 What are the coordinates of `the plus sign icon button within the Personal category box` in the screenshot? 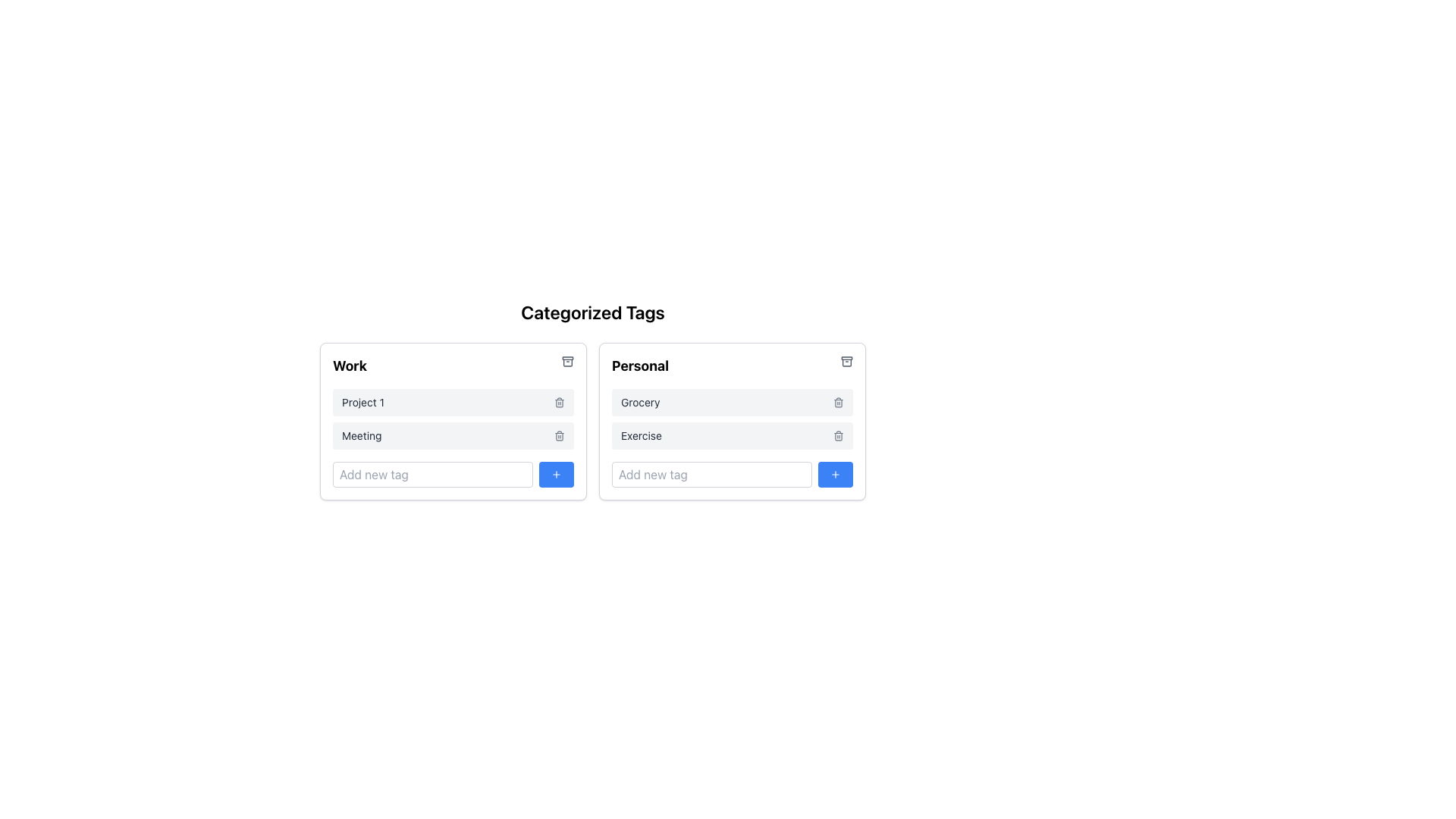 It's located at (835, 473).